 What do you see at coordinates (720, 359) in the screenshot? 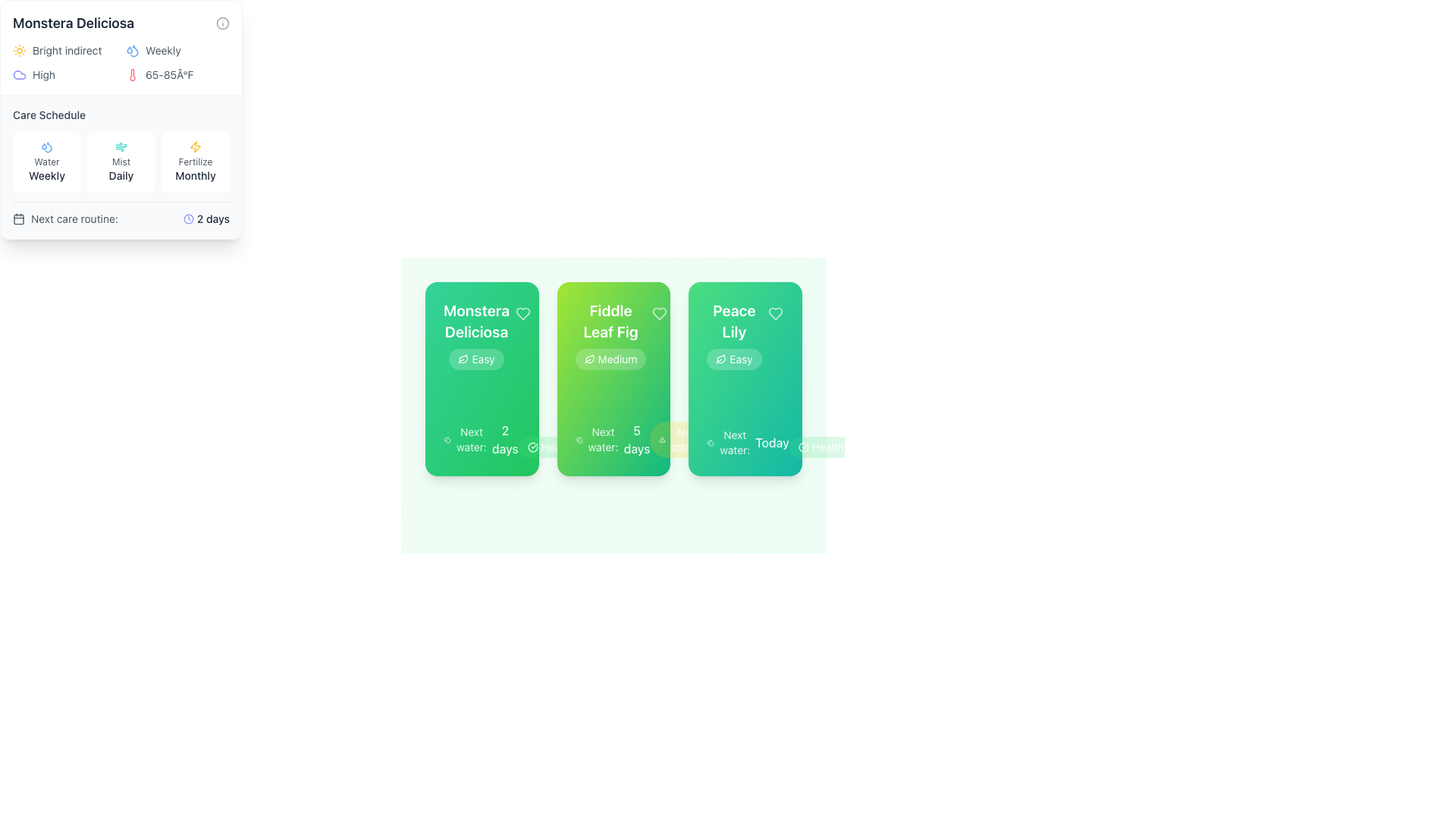
I see `the leaf-shaped icon located within the label below the title 'Monstera Deliciosa' on the first card from the left, positioned to the left of the text 'Easy'` at bounding box center [720, 359].